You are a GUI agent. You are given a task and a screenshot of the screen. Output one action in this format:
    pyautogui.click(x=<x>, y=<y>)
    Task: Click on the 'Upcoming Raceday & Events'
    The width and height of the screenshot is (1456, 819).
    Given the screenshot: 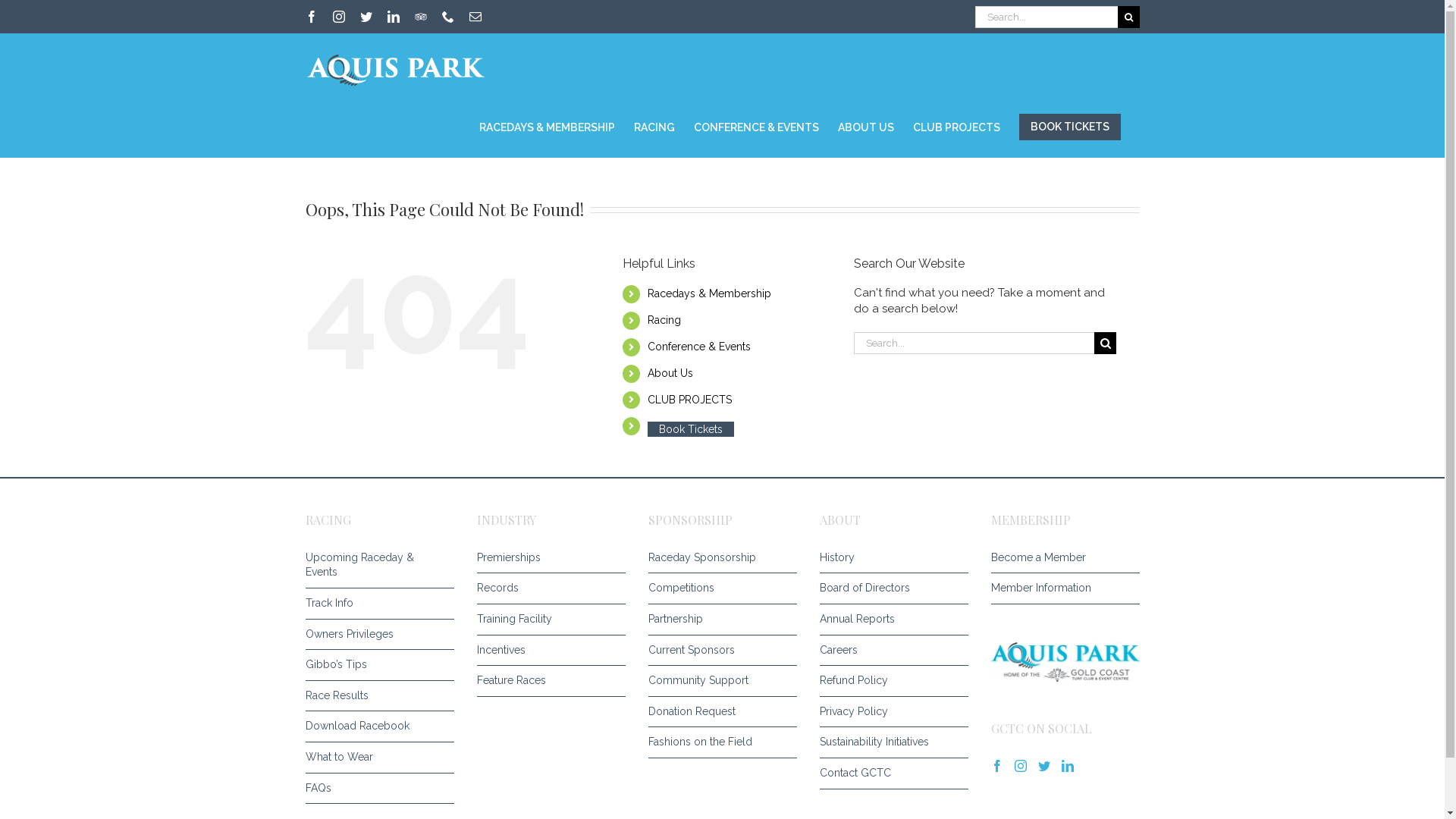 What is the action you would take?
    pyautogui.click(x=304, y=565)
    